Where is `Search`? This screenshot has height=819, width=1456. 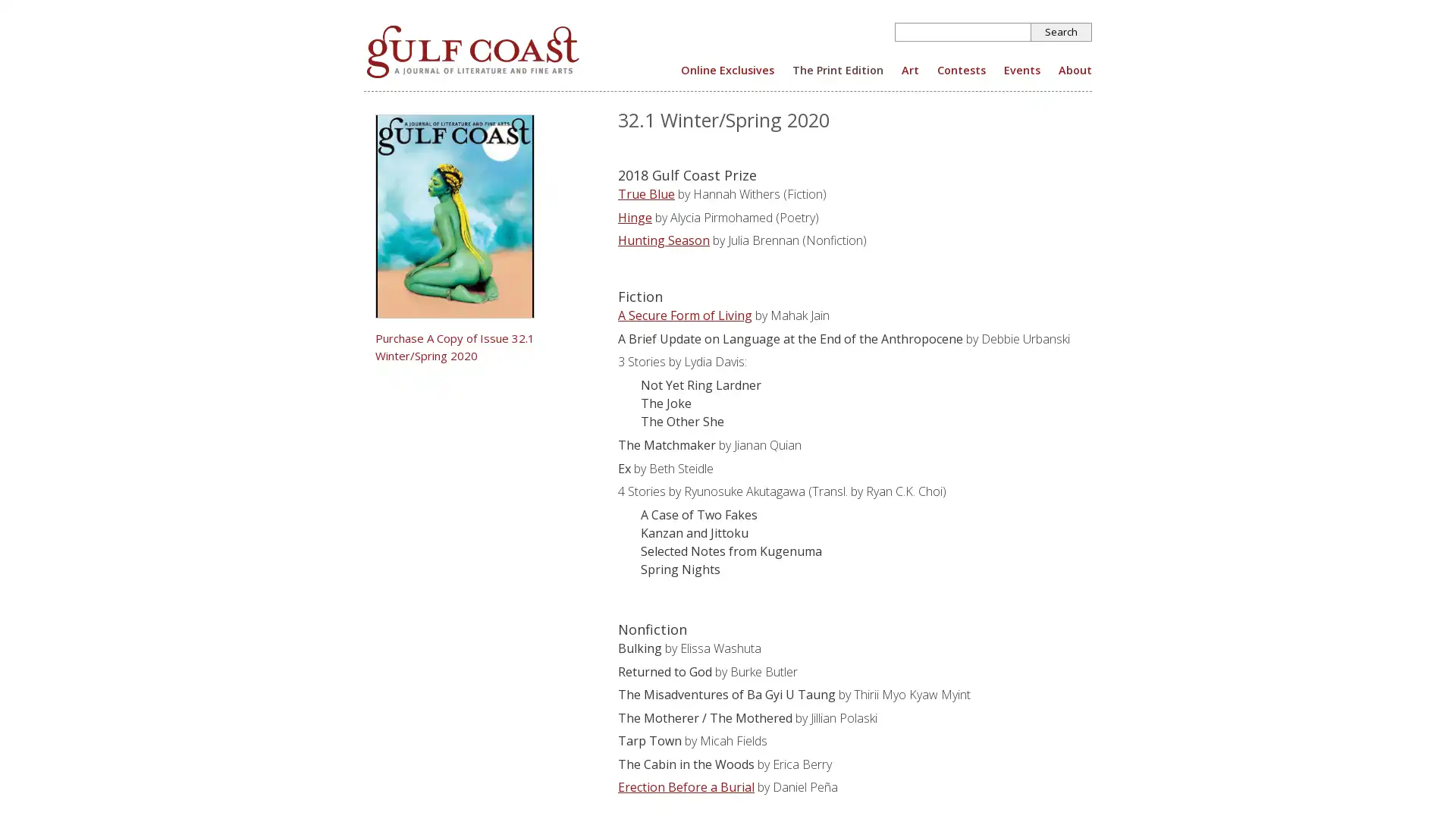 Search is located at coordinates (1061, 32).